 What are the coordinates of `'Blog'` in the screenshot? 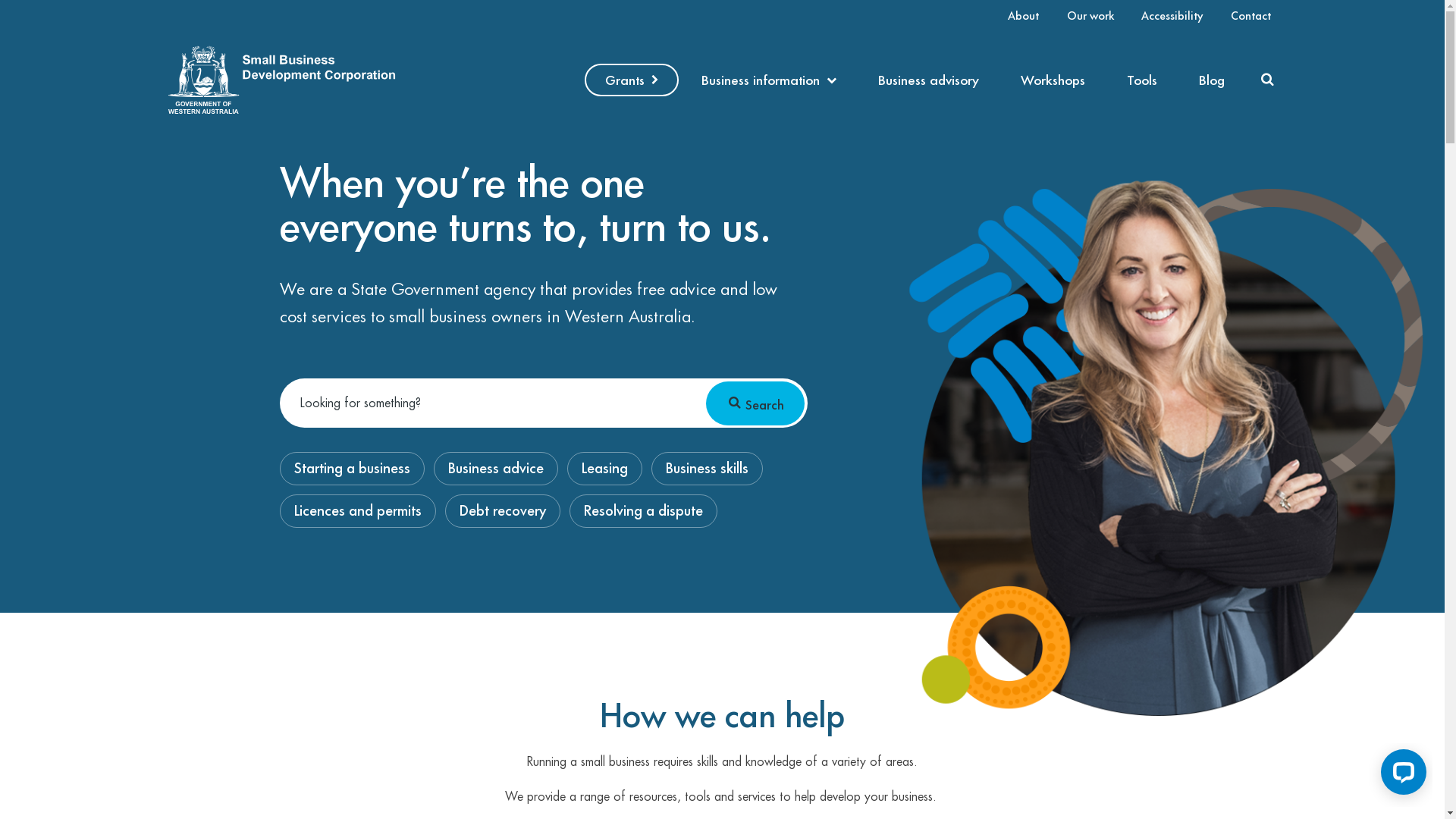 It's located at (1211, 80).